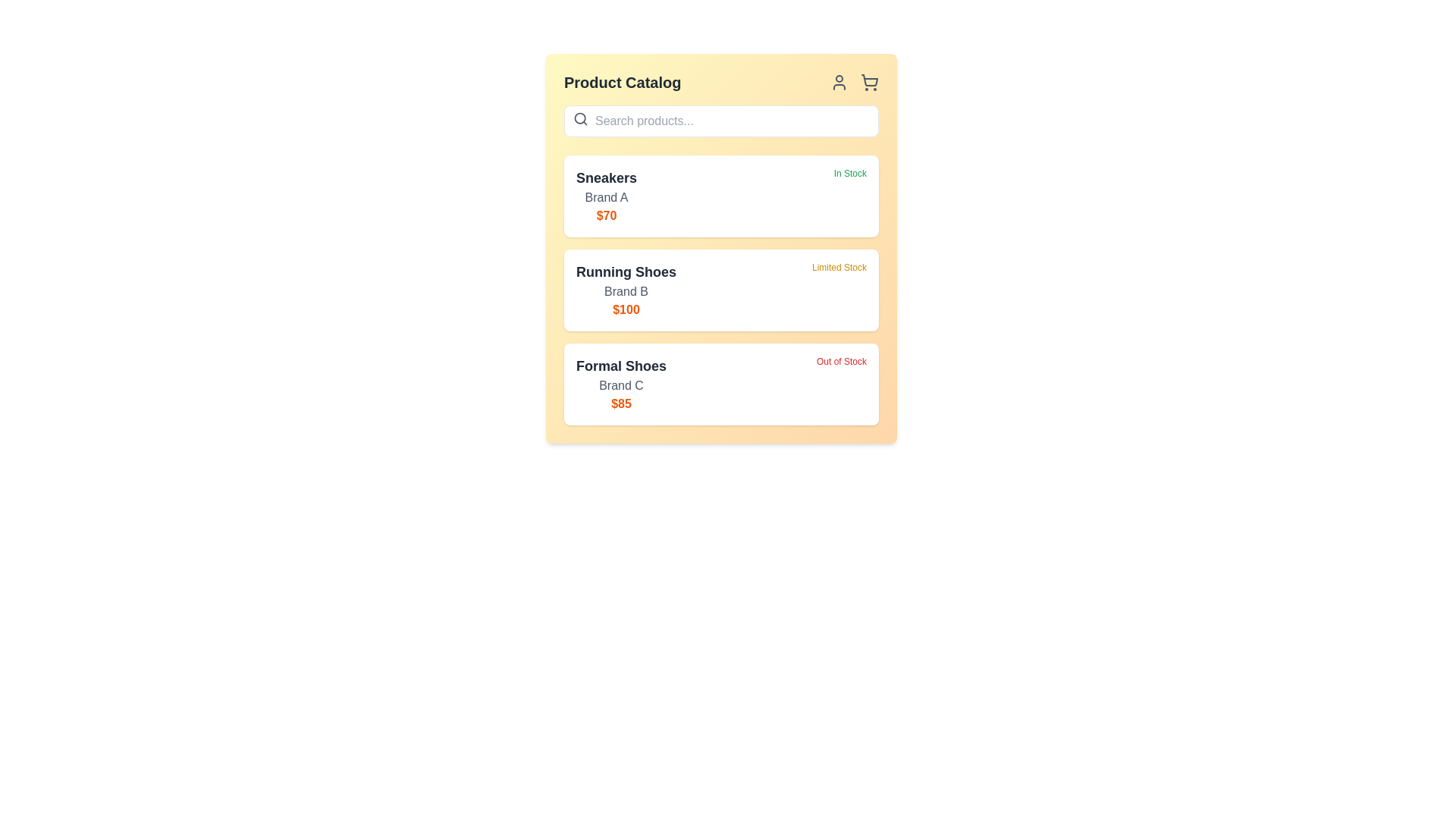  I want to click on the first product item displayed in the product catalog interface, which provides an overview of a product including its name, brand, price, and stock status, so click(720, 195).